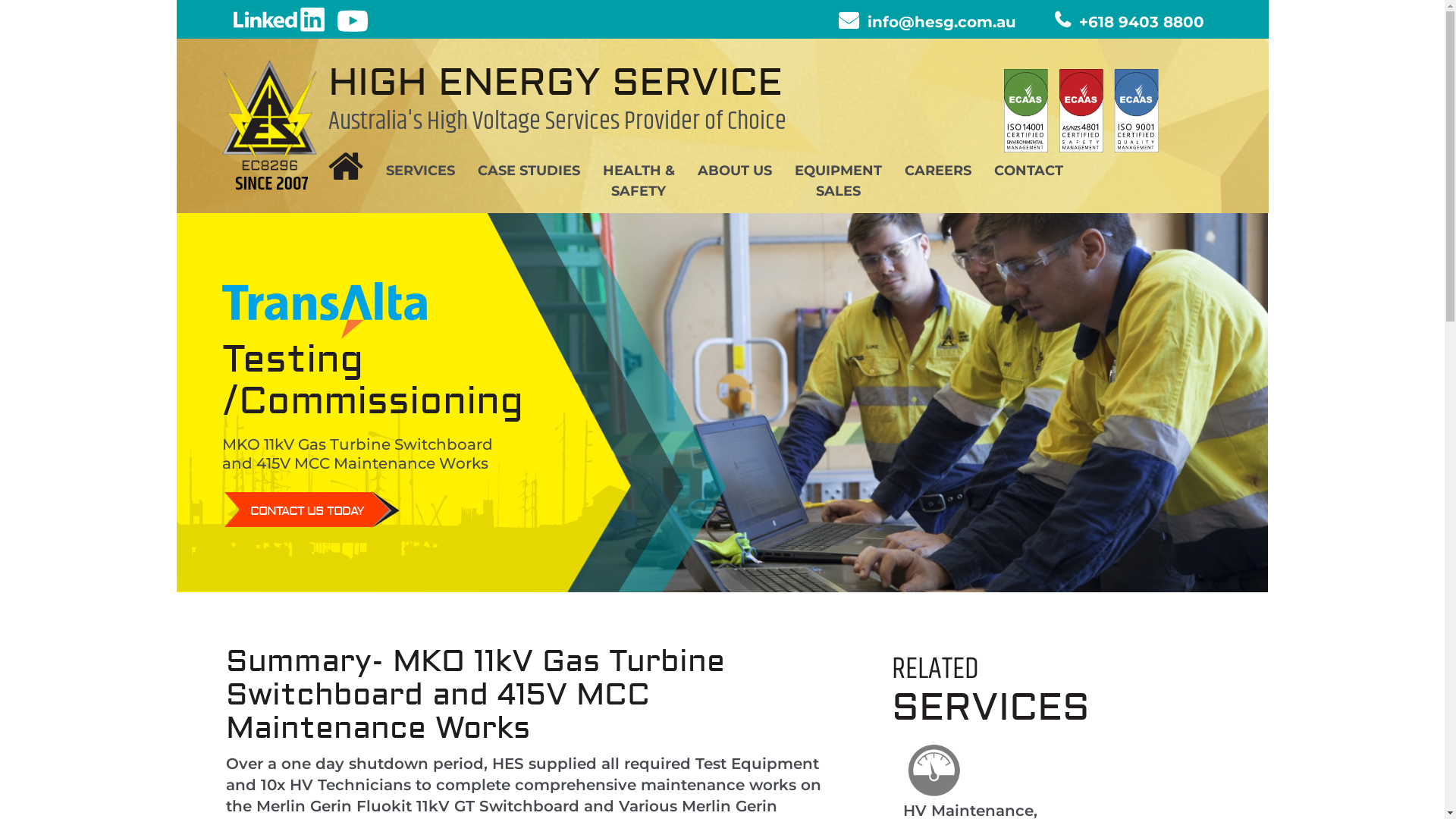  What do you see at coordinates (638, 180) in the screenshot?
I see `'HEALTH &` at bounding box center [638, 180].